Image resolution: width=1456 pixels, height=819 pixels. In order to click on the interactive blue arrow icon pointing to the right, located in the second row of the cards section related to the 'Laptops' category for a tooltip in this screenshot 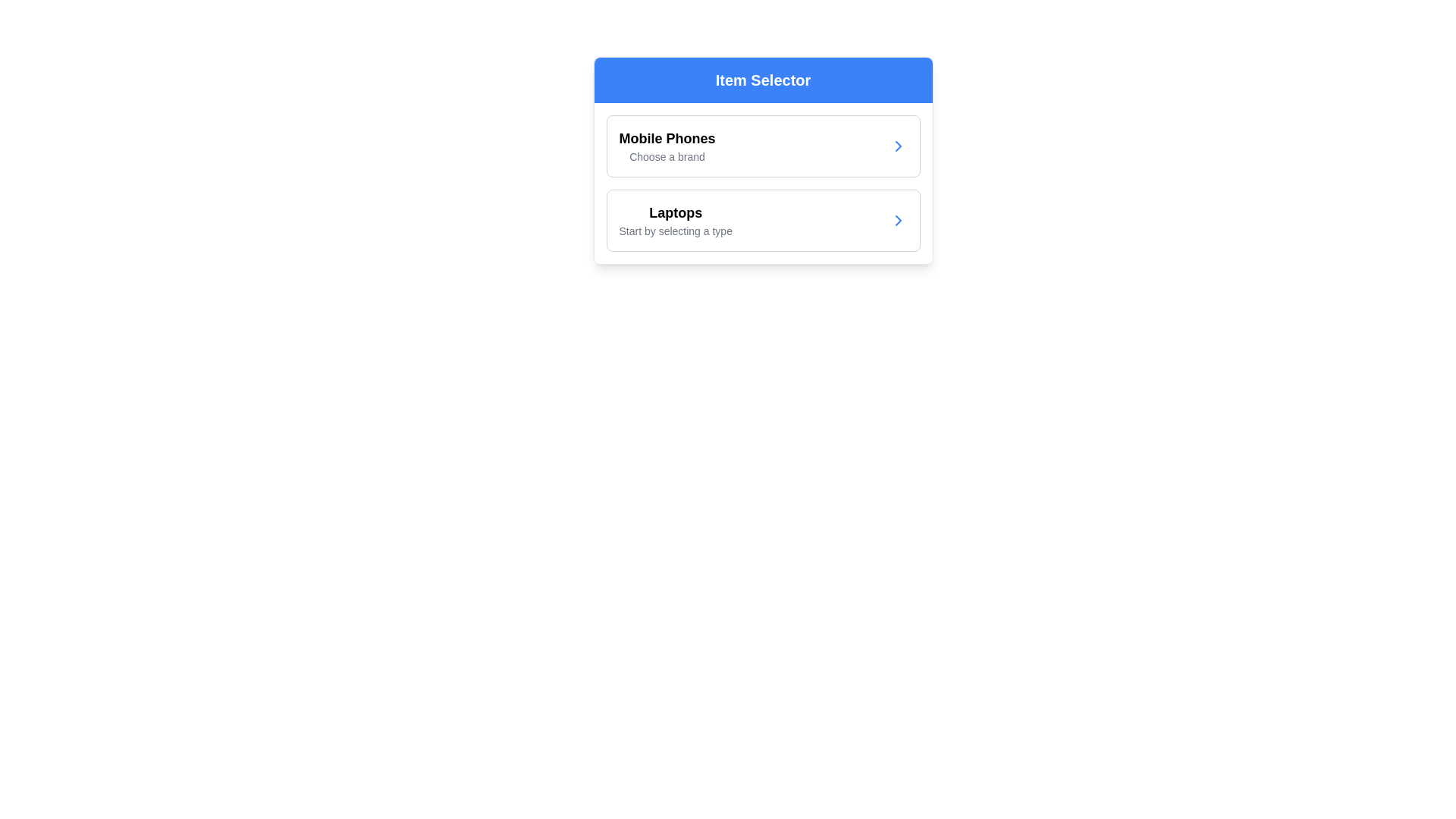, I will do `click(898, 146)`.